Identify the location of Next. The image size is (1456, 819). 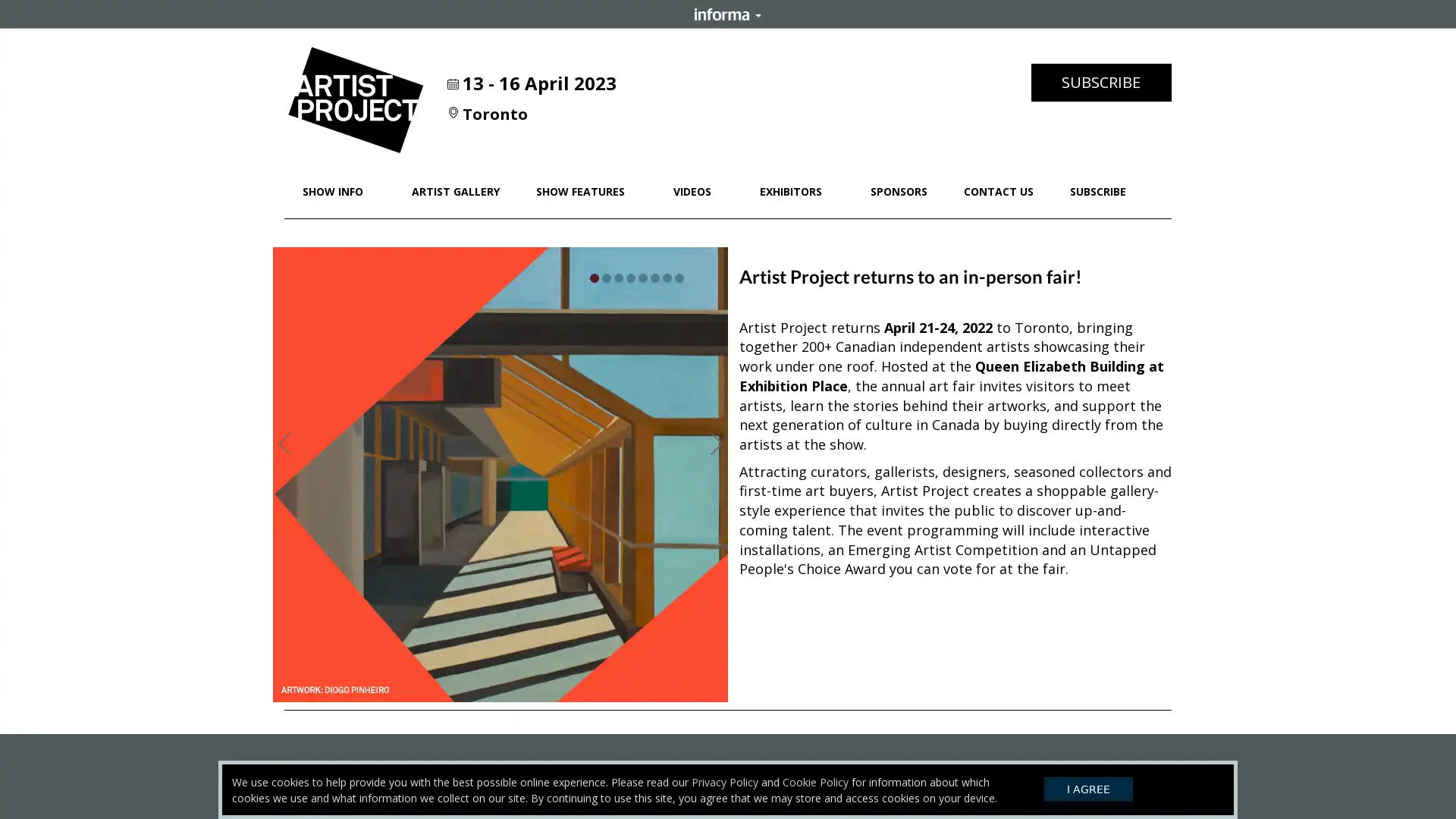
(716, 441).